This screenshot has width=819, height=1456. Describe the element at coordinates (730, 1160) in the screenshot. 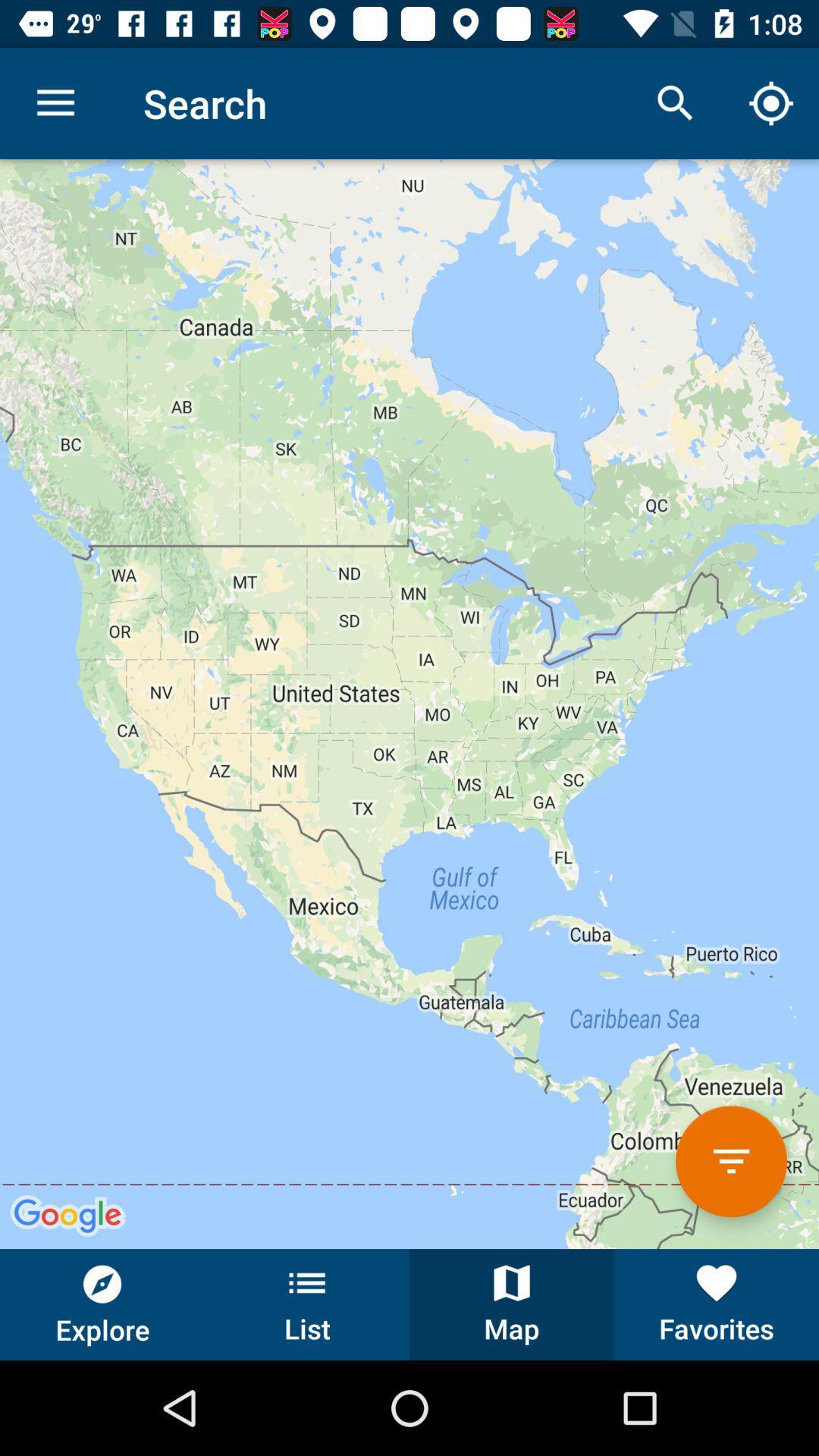

I see `filter` at that location.